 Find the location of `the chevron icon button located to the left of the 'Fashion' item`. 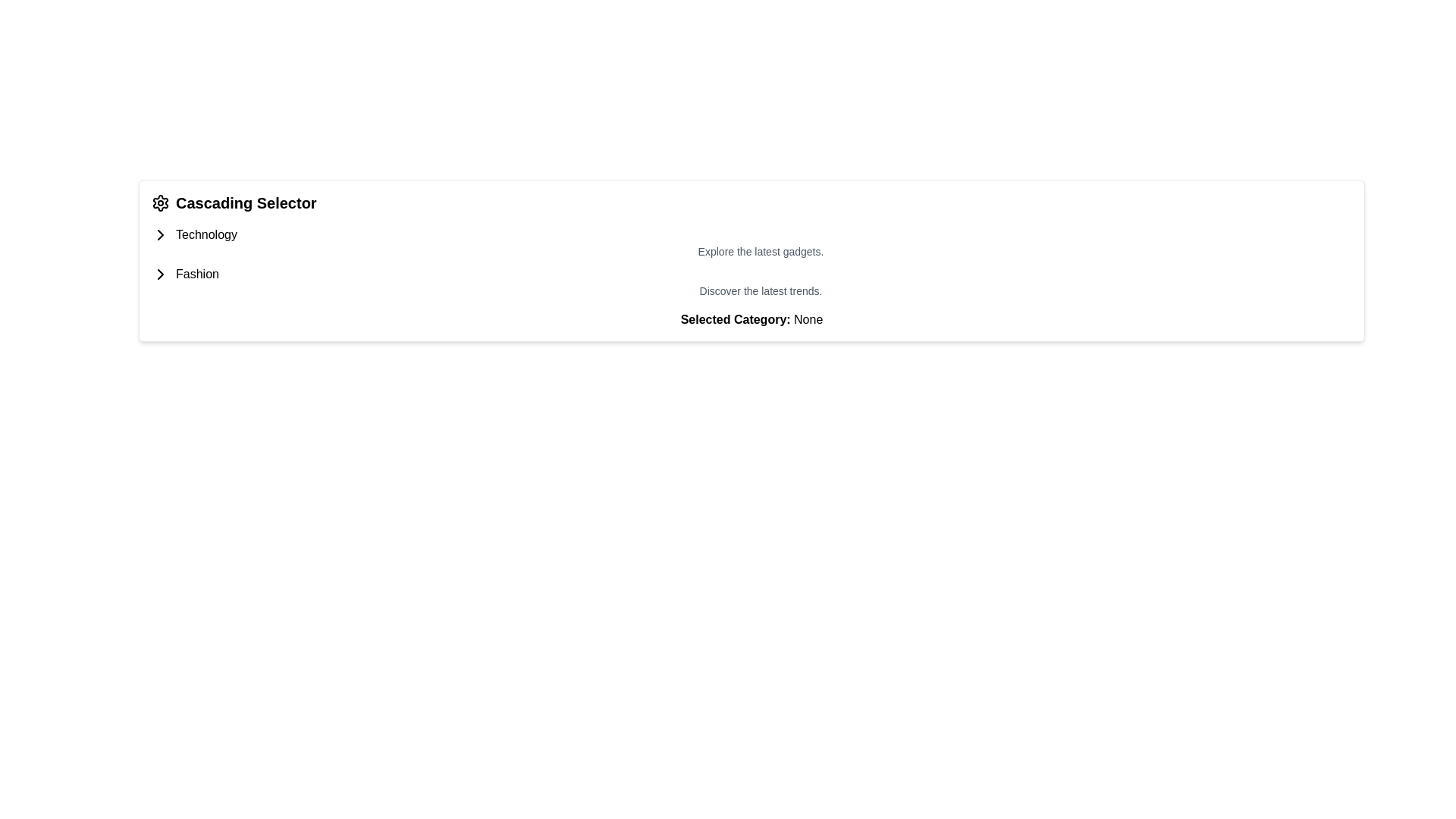

the chevron icon button located to the left of the 'Fashion' item is located at coordinates (160, 275).